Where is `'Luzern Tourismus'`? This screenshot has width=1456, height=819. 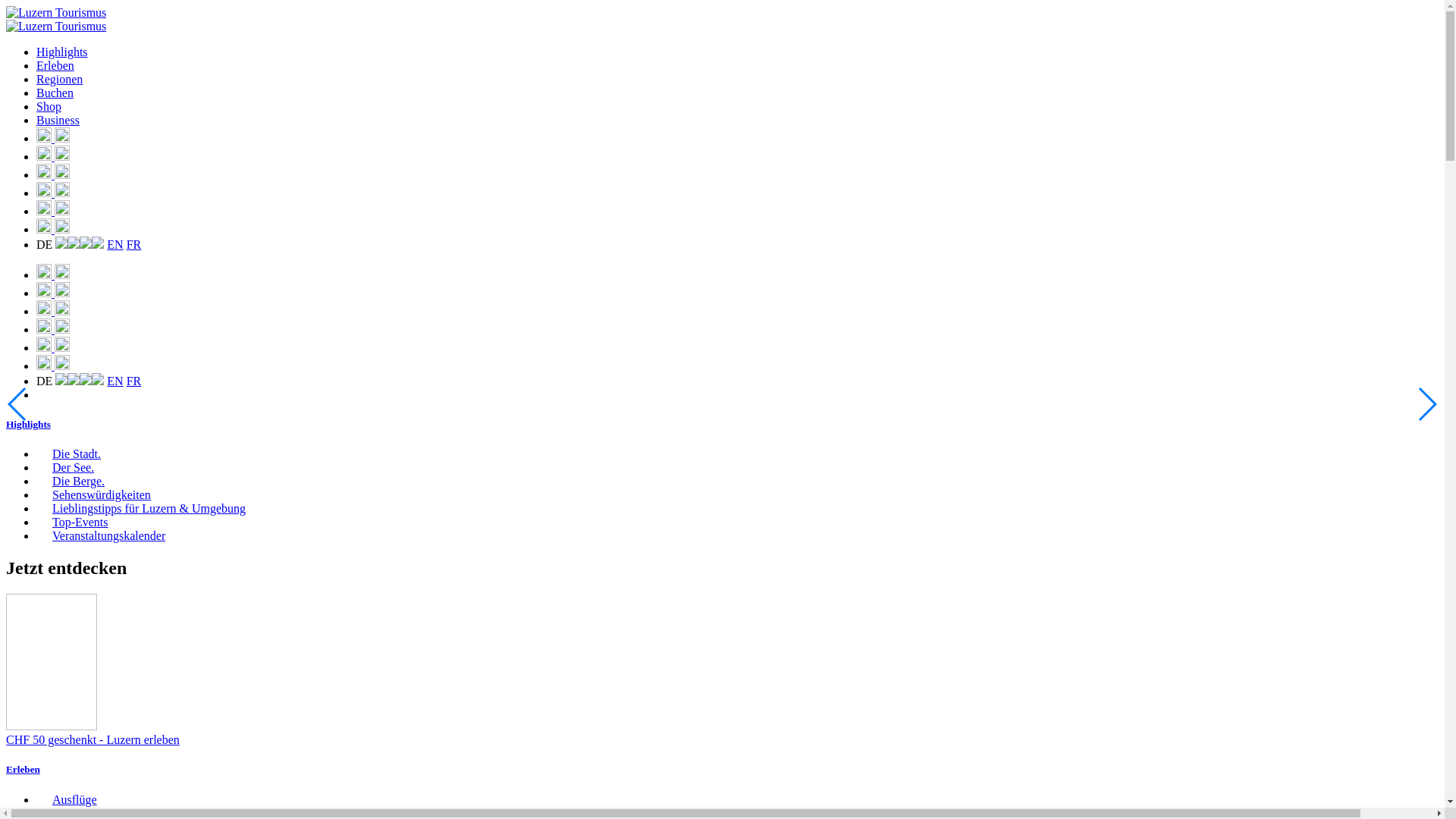 'Luzern Tourismus' is located at coordinates (55, 12).